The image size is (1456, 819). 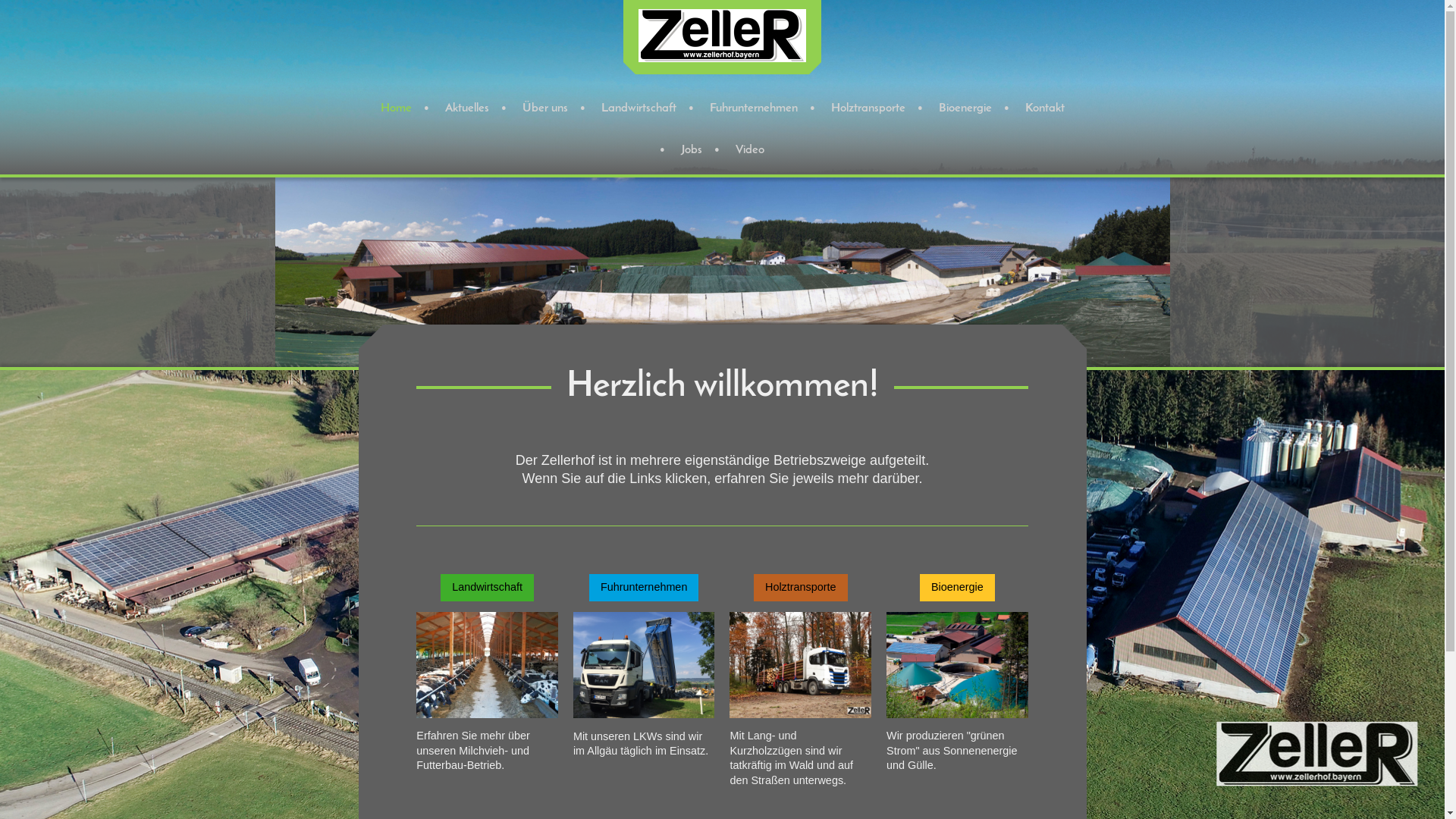 I want to click on 'Aktuelles', so click(x=465, y=108).